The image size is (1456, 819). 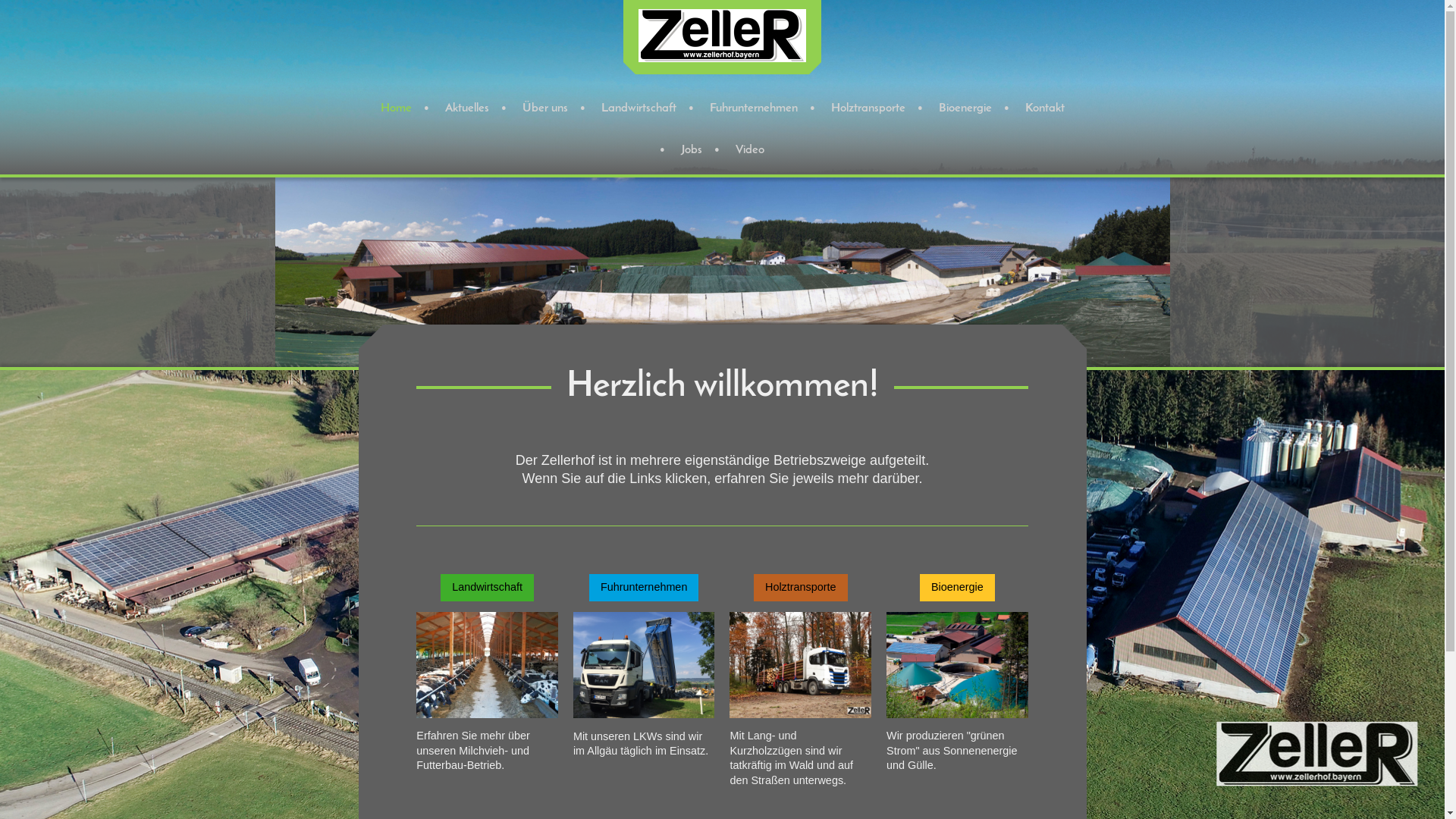 I want to click on 'Aktuelles', so click(x=465, y=108).